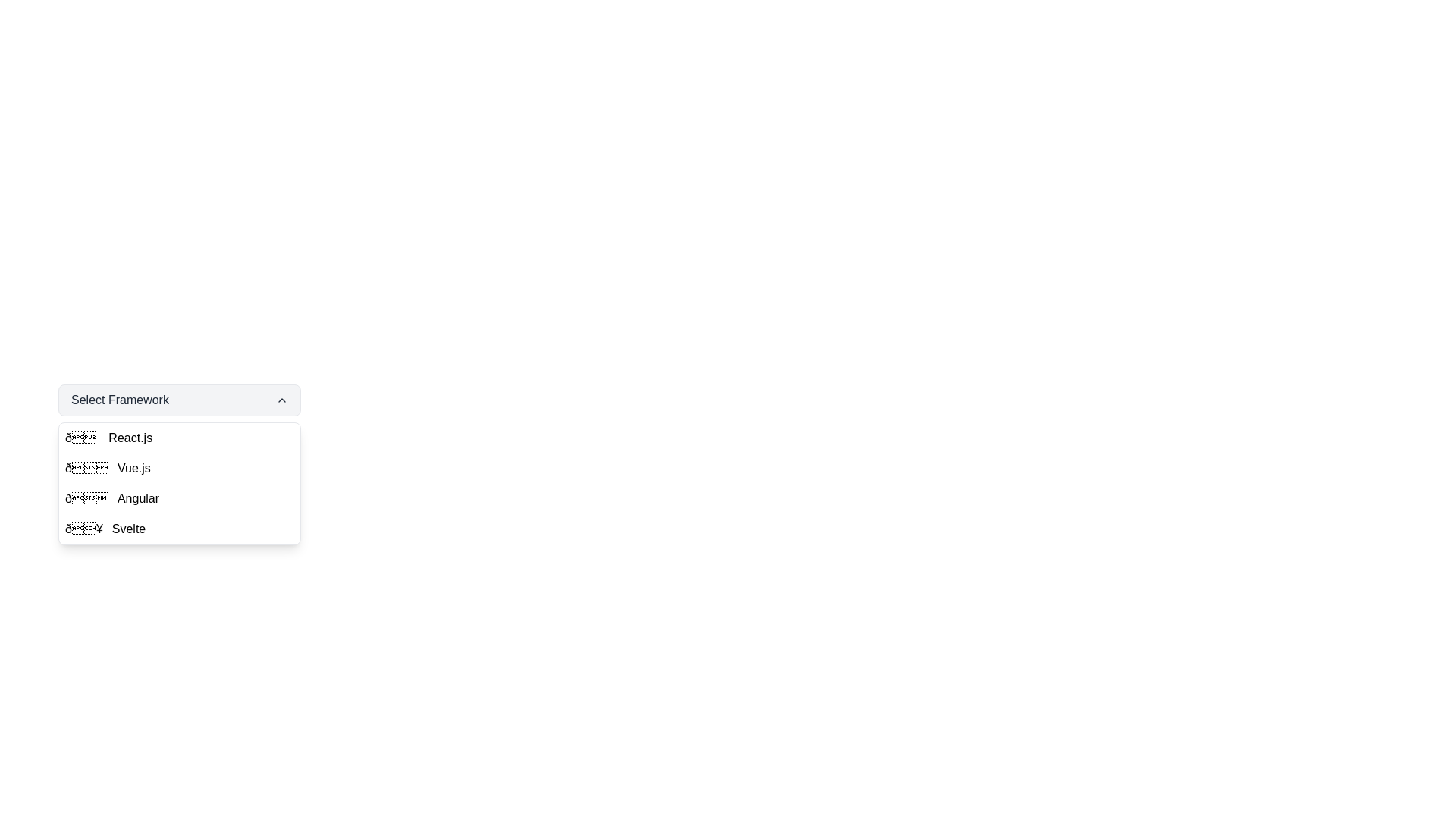 The width and height of the screenshot is (1456, 819). Describe the element at coordinates (83, 529) in the screenshot. I see `the fire emoji '🔥' that is part of the dropdown menu option labeled 'Svelte', positioned on the left side of the text` at that location.